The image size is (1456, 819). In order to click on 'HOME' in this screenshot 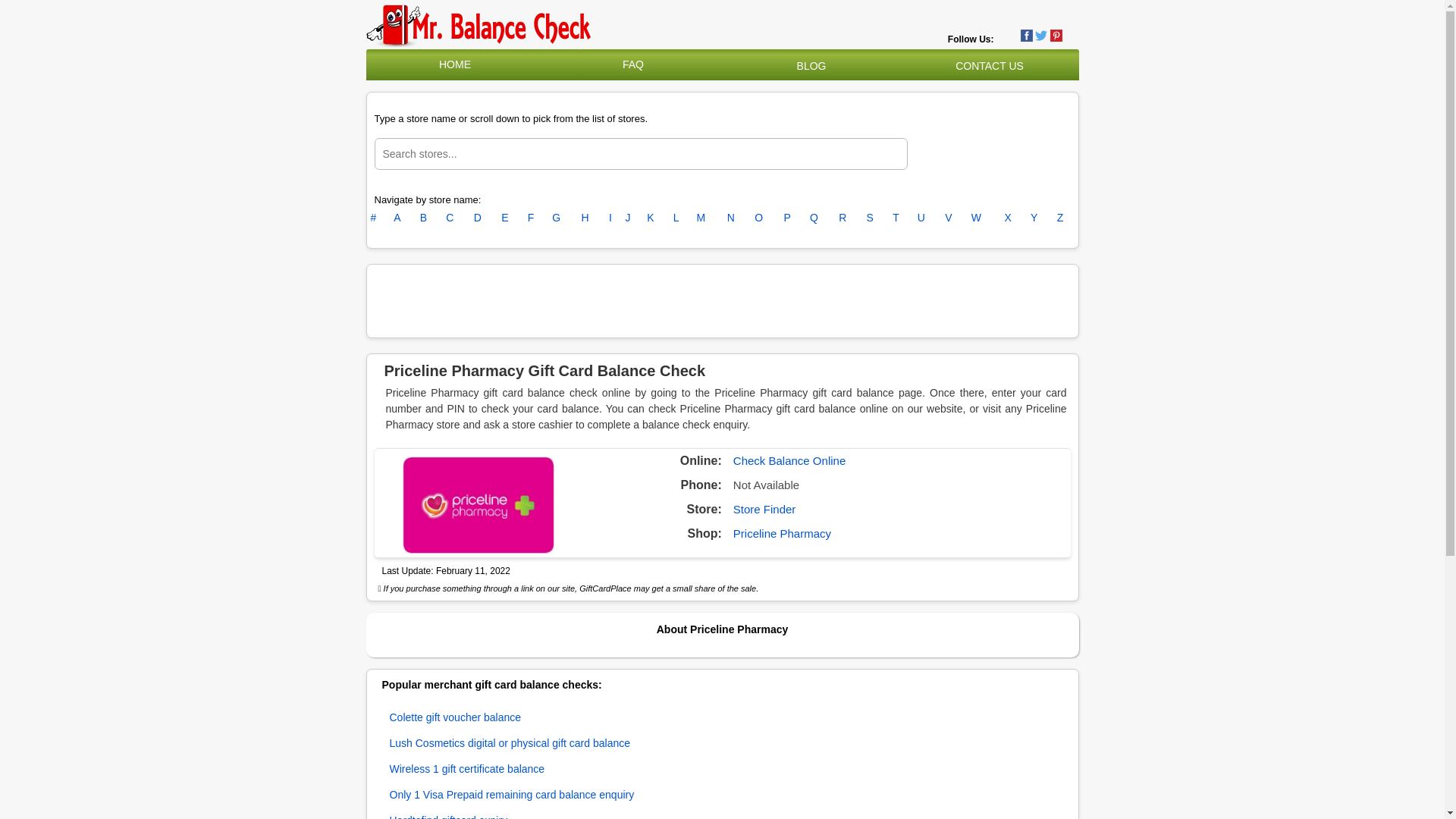, I will do `click(438, 63)`.